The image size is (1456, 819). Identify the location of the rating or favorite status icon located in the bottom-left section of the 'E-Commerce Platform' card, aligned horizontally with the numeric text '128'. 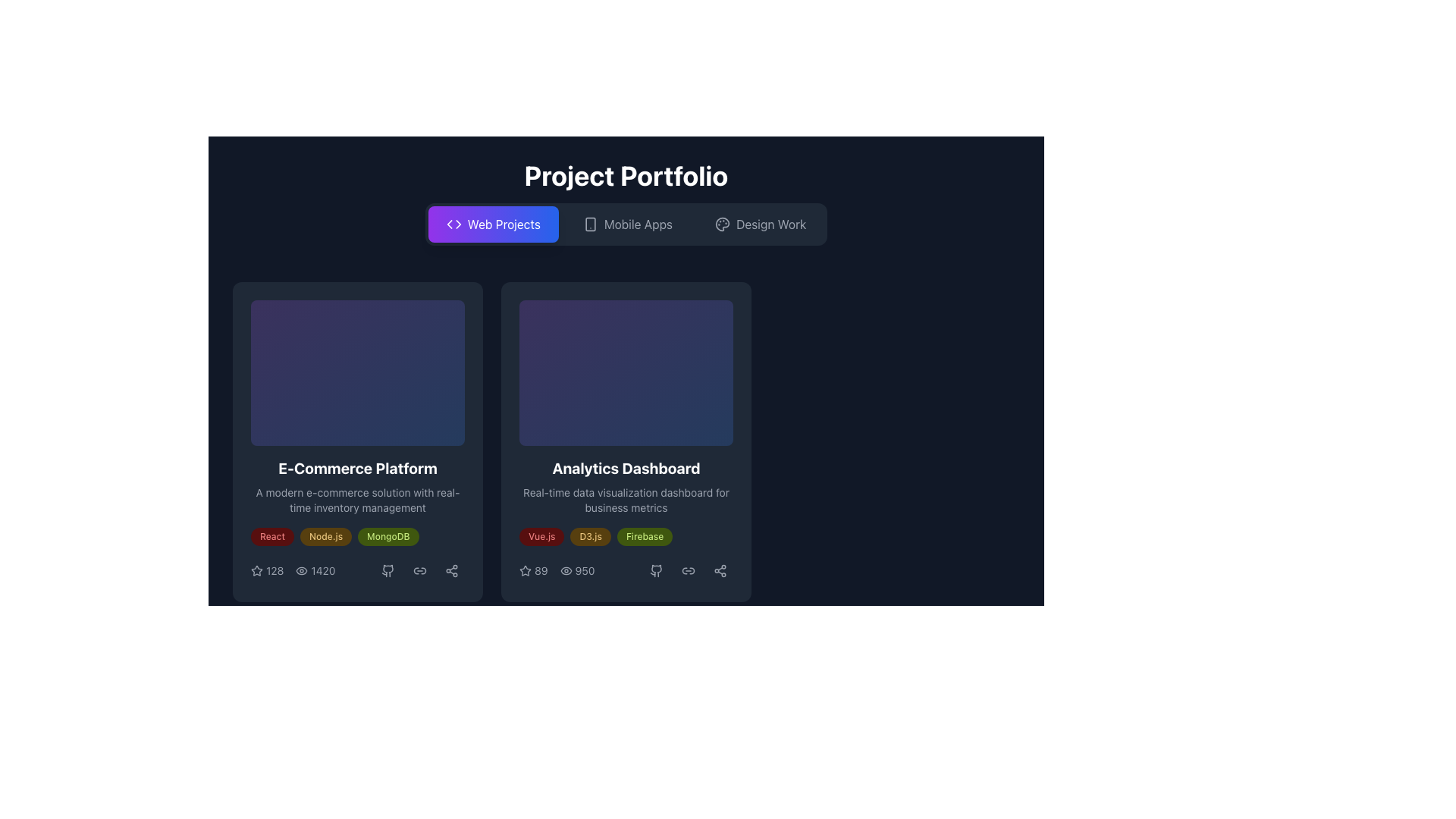
(525, 570).